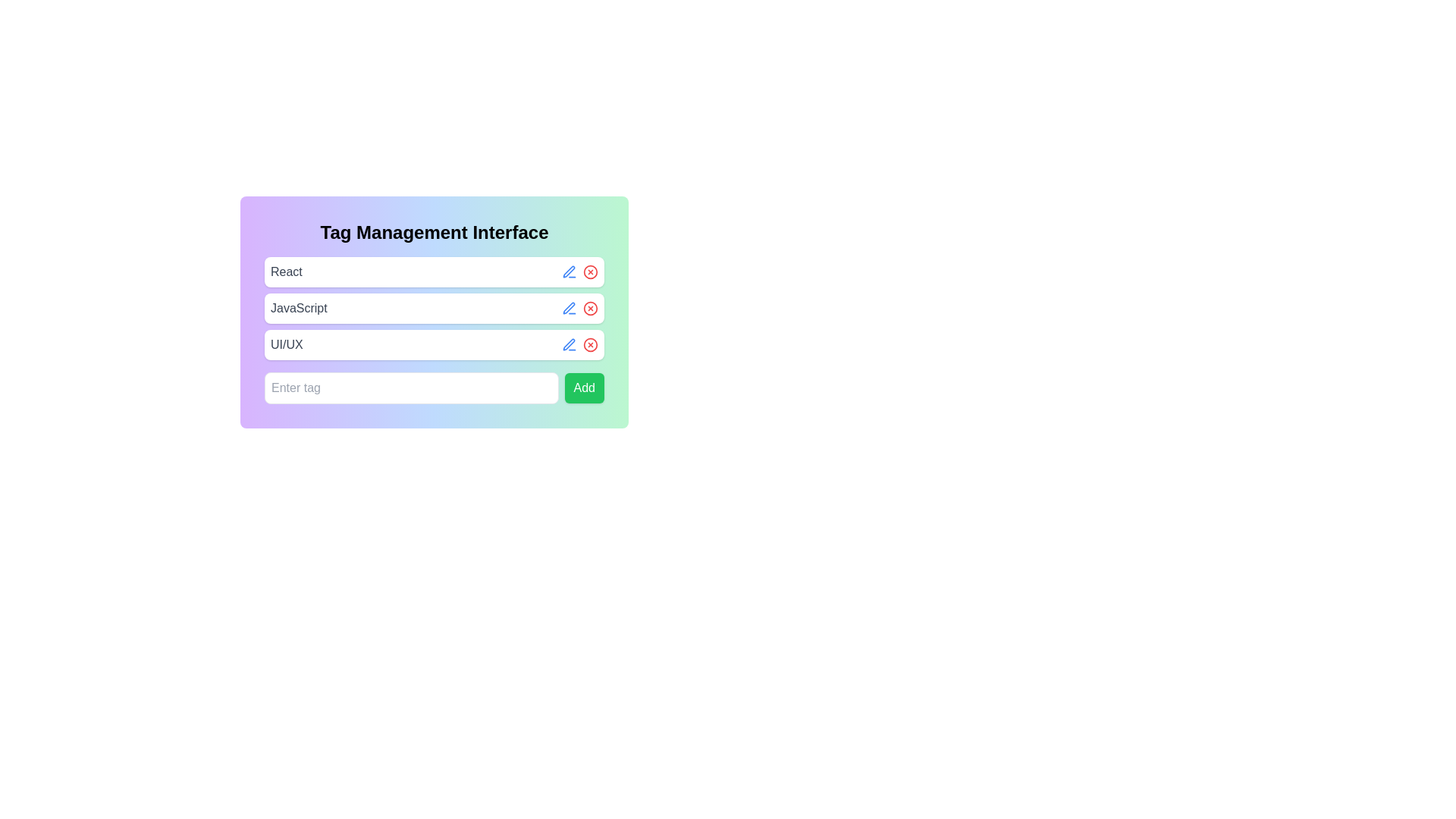  I want to click on the delete button located on the right side of the second row, allowing for keyboard interaction, so click(589, 308).